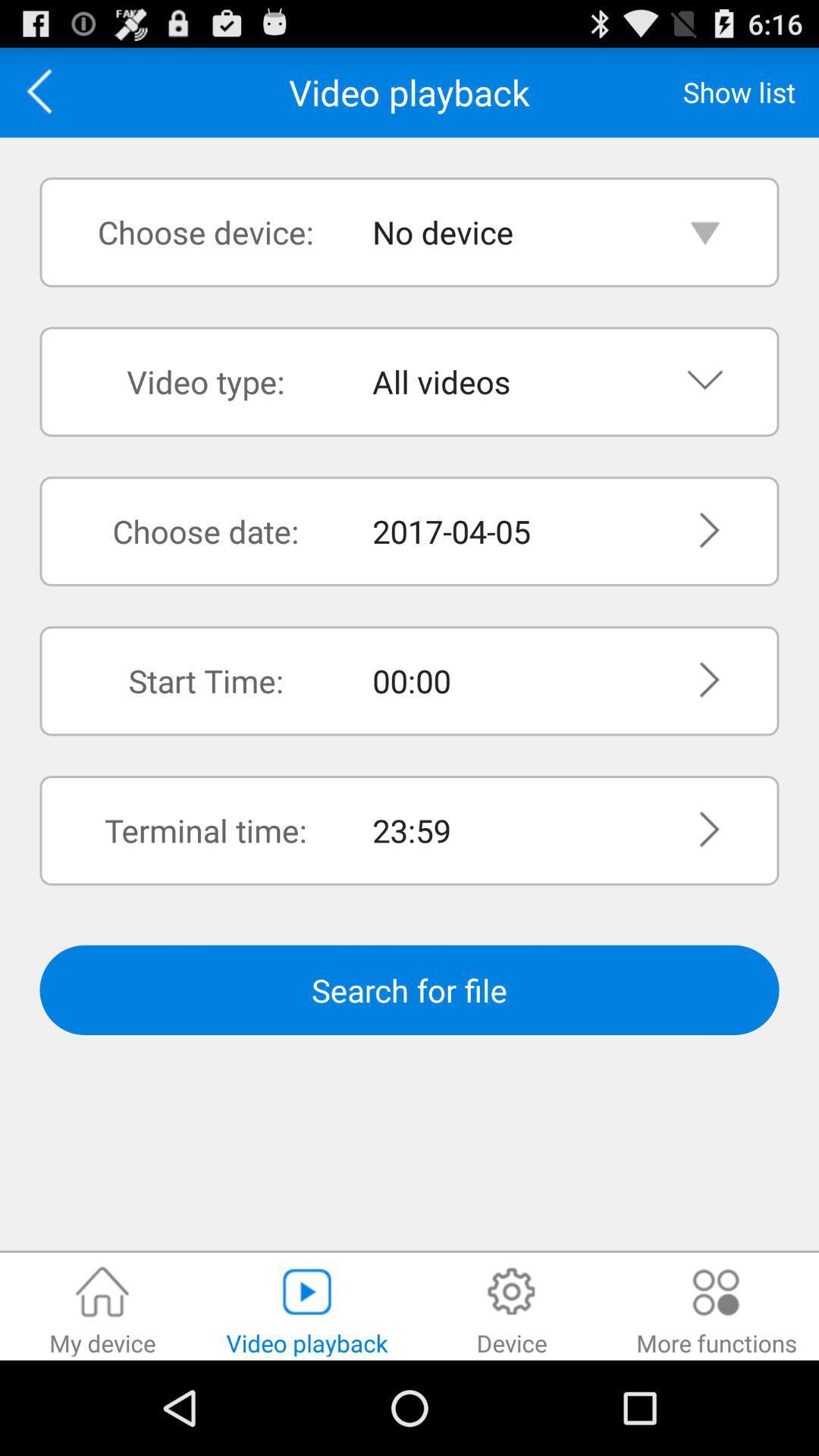  What do you see at coordinates (44, 98) in the screenshot?
I see `the arrow_backward icon` at bounding box center [44, 98].